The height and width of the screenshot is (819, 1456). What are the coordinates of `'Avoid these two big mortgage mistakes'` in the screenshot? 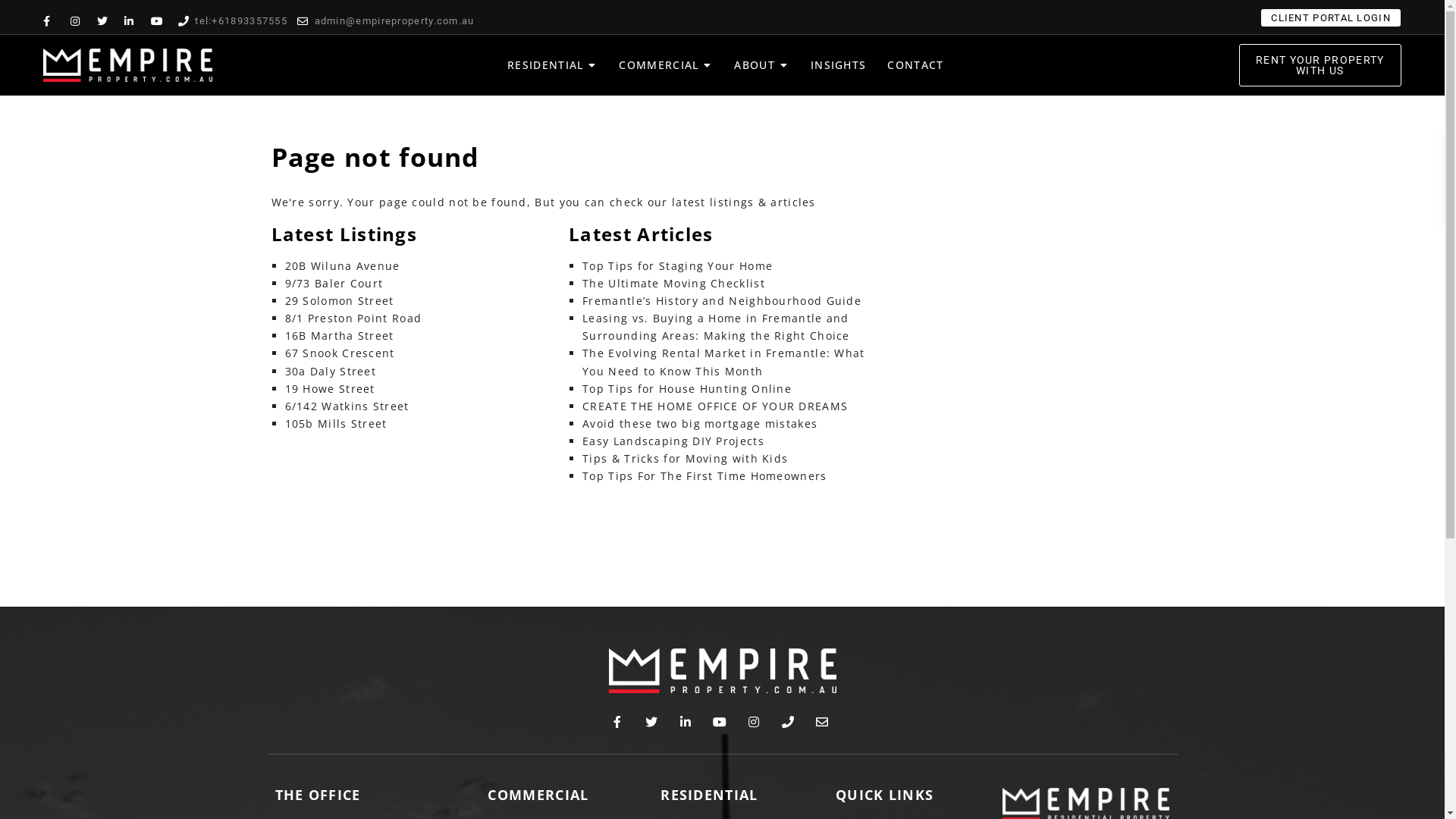 It's located at (698, 423).